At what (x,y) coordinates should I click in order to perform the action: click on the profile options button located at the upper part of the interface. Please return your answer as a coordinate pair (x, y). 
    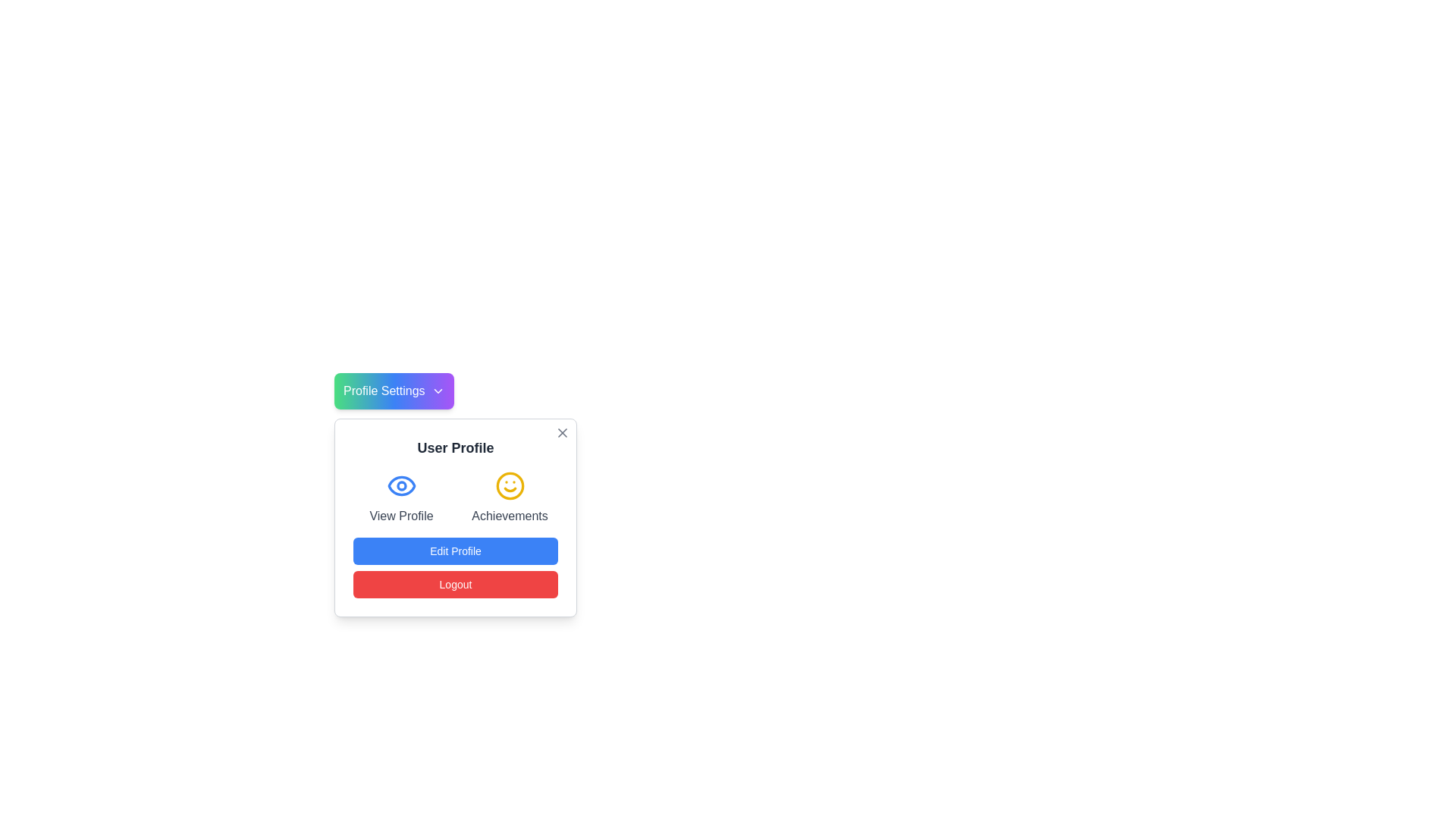
    Looking at the image, I should click on (394, 391).